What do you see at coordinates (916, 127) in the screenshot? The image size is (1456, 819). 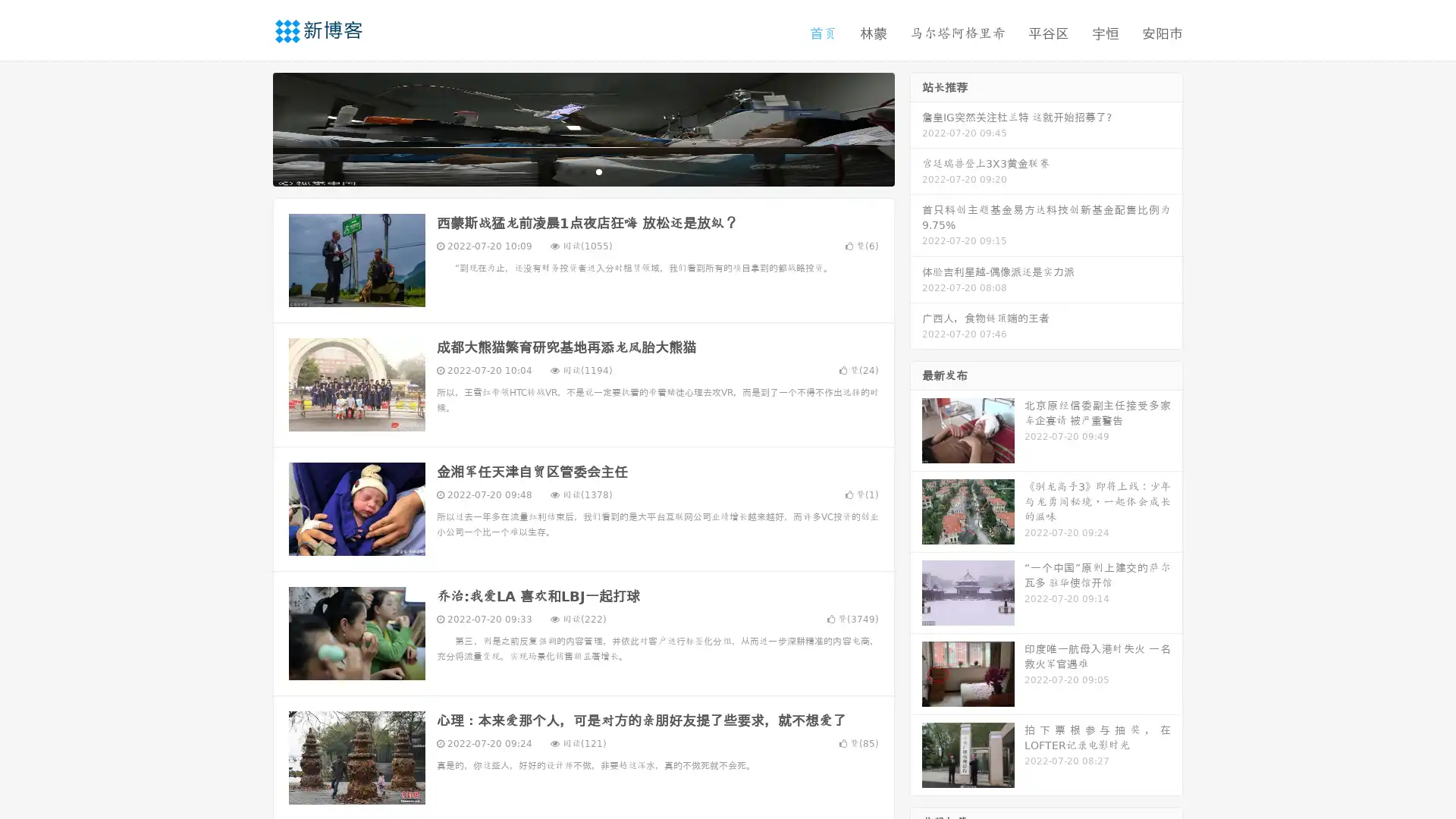 I see `Next slide` at bounding box center [916, 127].